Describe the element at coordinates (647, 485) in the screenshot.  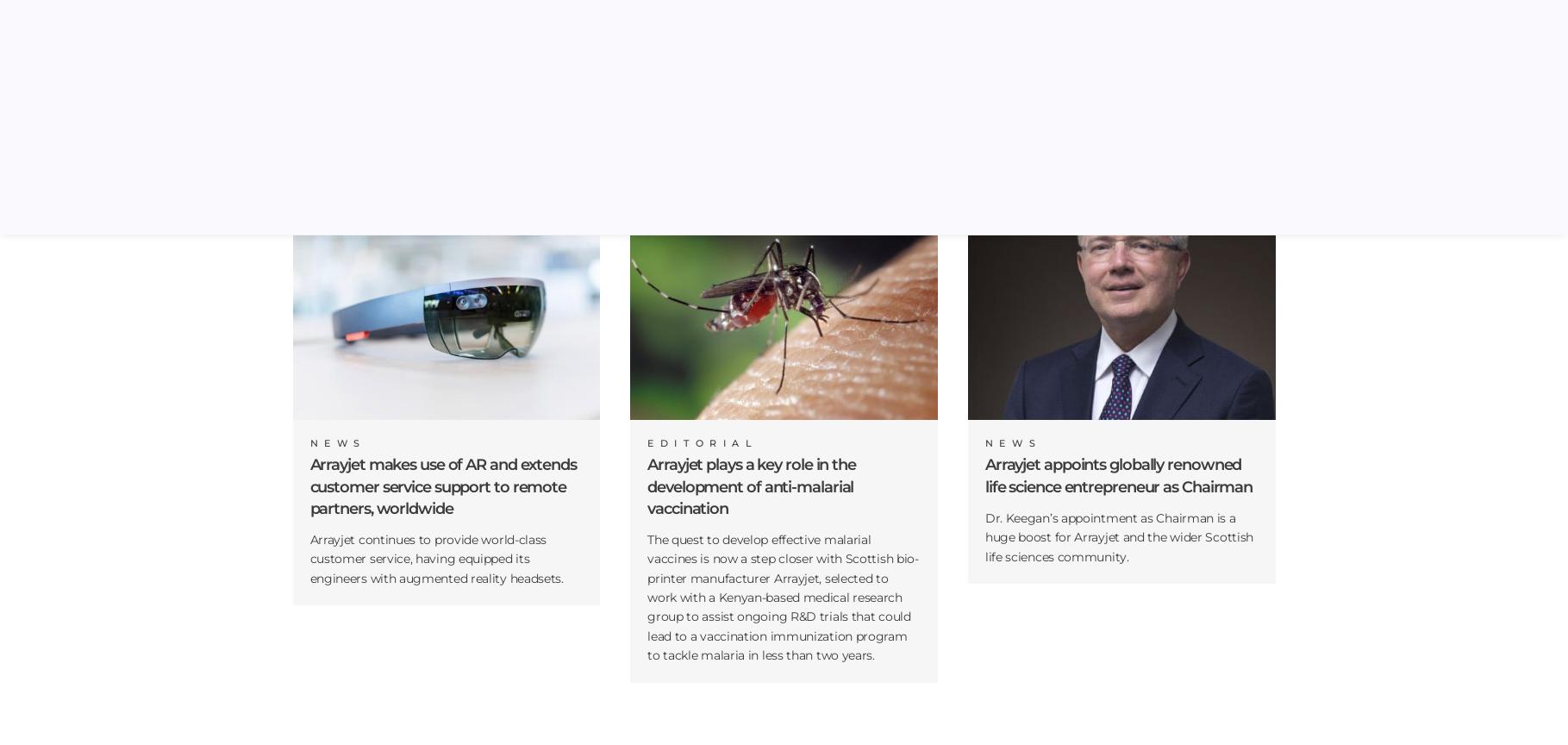
I see `'Arrayjet plays a key role in the development of anti-malarial vaccination'` at that location.